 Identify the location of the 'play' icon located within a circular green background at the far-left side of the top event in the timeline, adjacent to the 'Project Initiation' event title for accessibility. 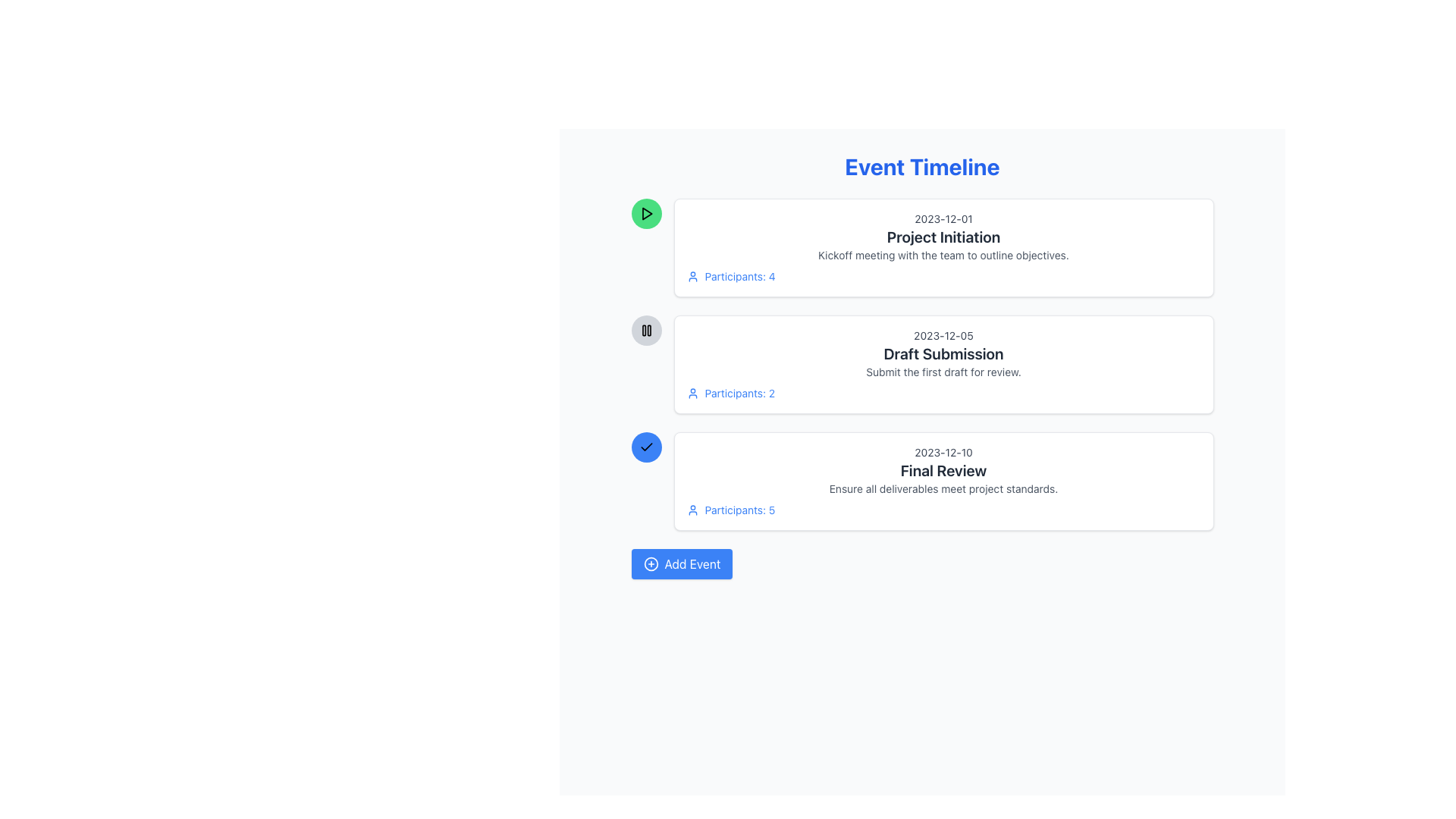
(646, 213).